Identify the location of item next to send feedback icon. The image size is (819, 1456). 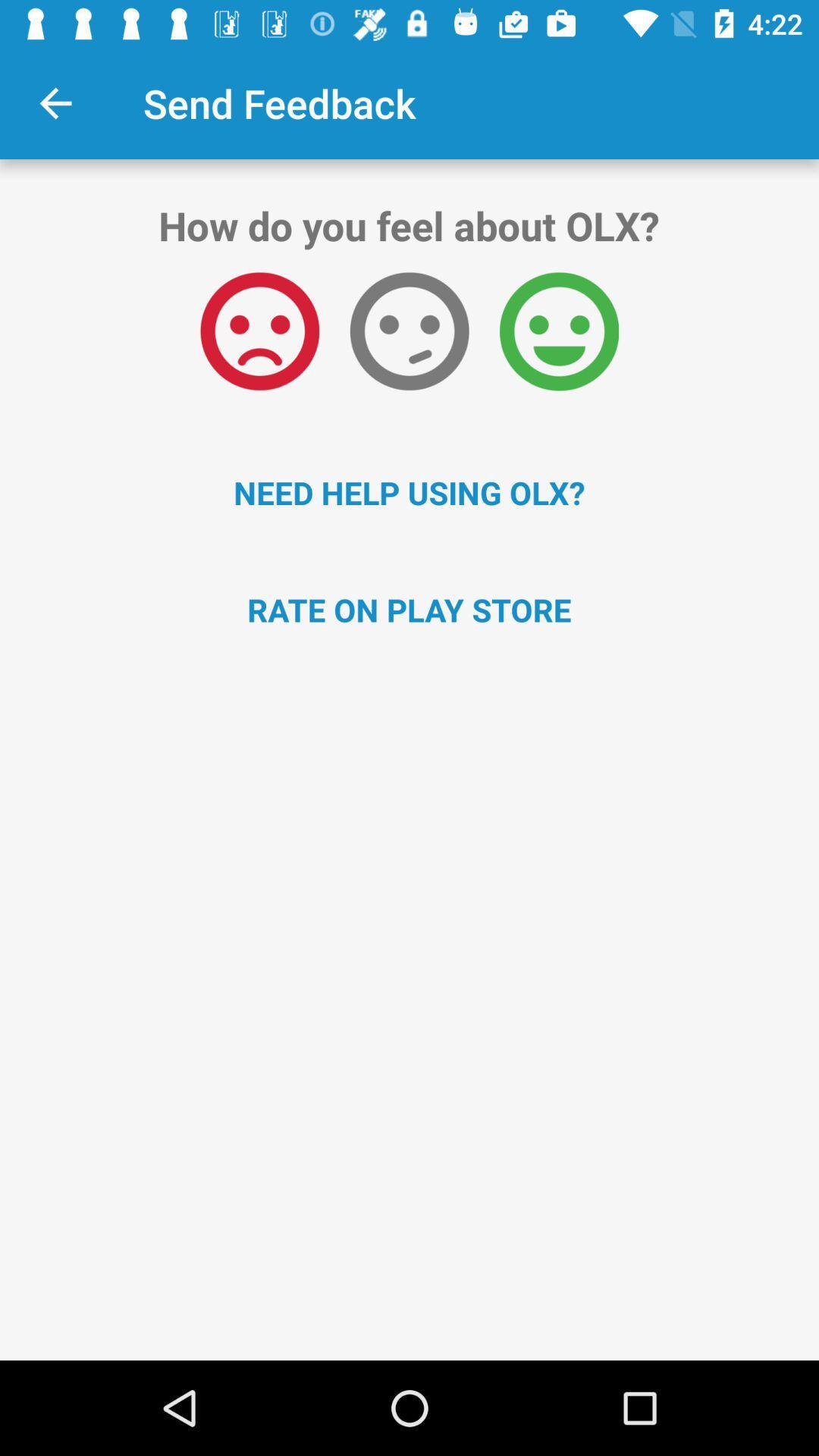
(55, 102).